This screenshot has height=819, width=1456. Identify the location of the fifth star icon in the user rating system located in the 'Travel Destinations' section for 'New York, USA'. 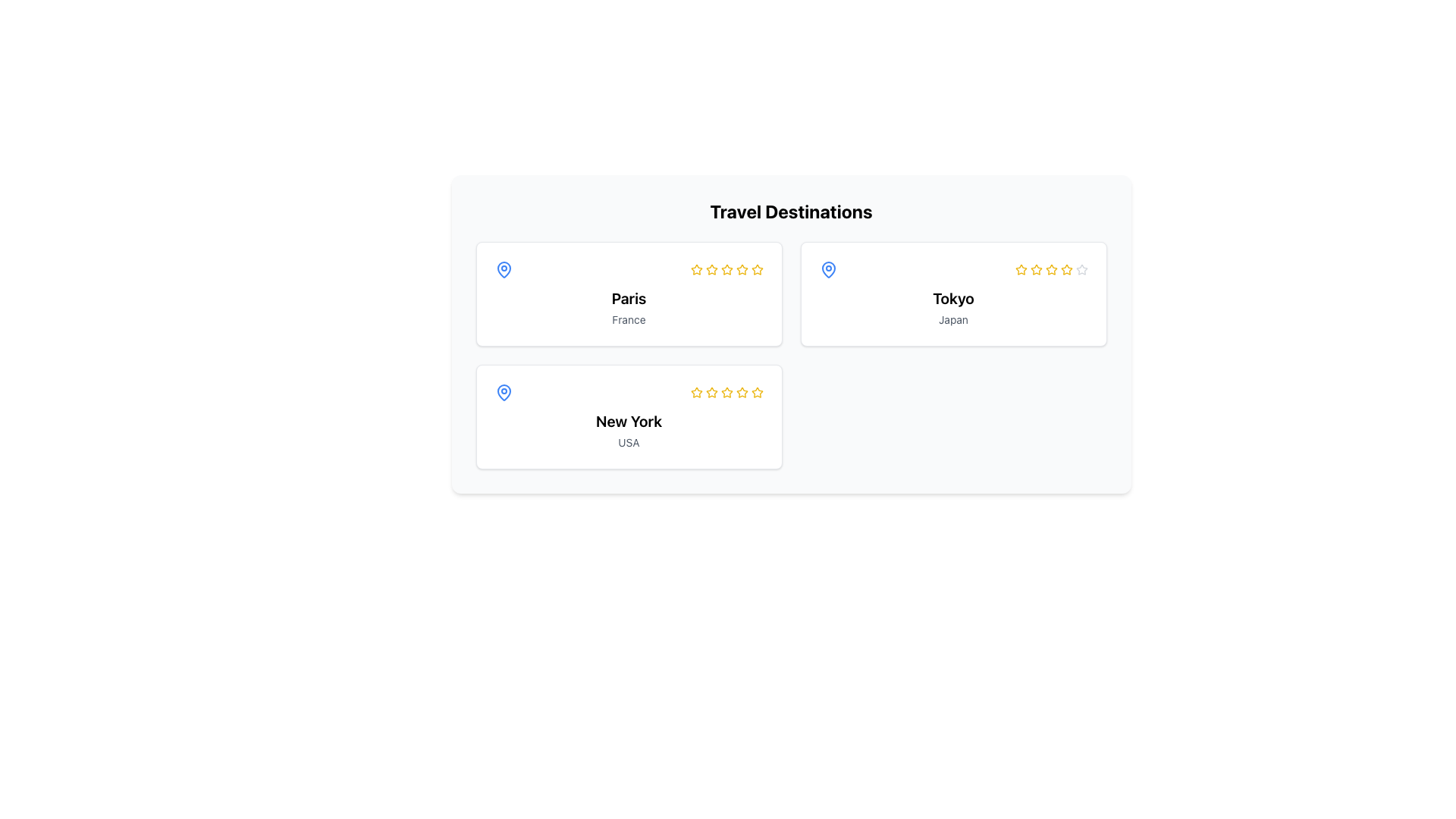
(726, 391).